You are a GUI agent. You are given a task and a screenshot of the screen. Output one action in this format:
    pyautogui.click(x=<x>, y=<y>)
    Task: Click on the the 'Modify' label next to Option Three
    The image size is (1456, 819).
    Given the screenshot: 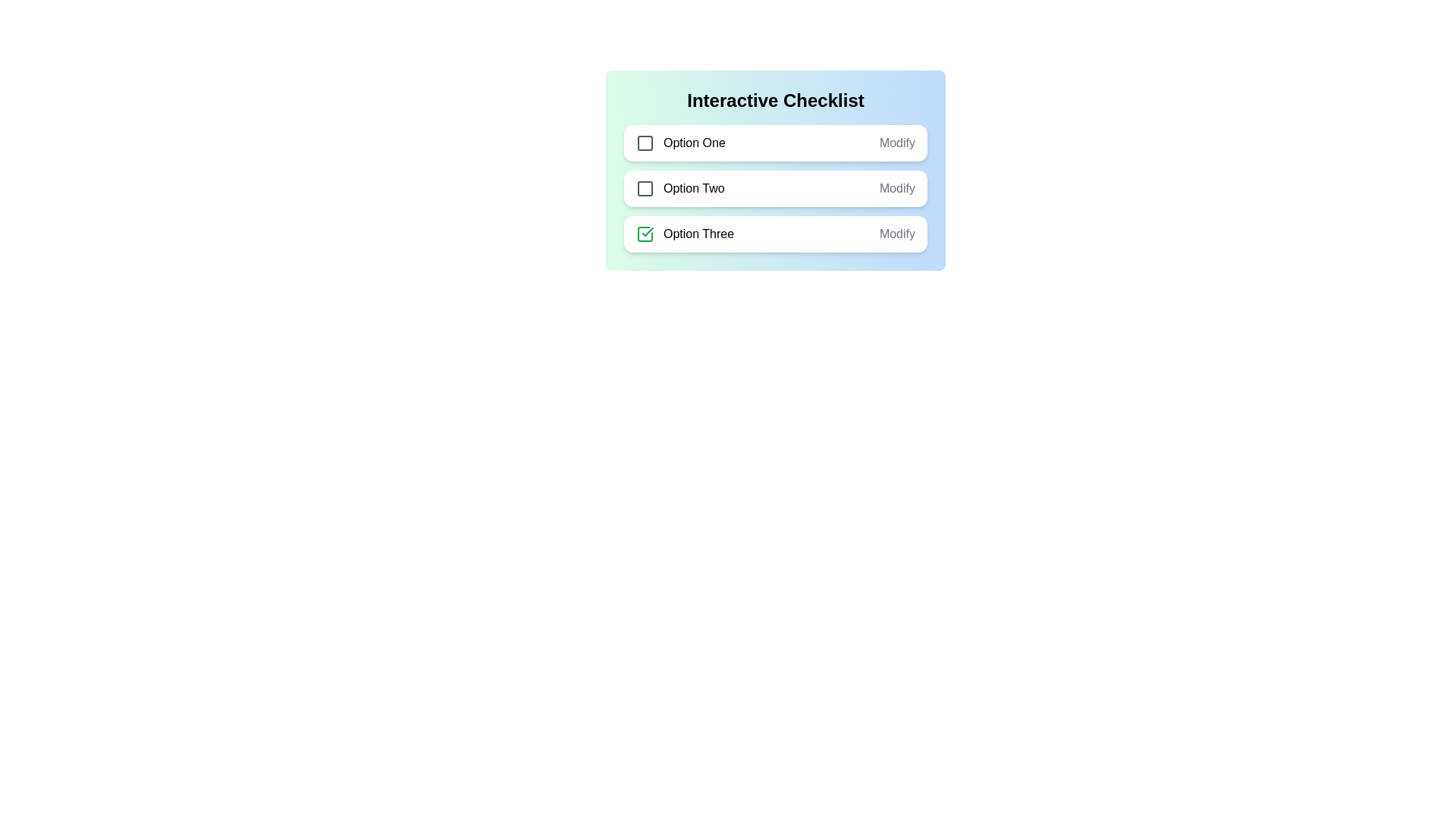 What is the action you would take?
    pyautogui.click(x=897, y=234)
    